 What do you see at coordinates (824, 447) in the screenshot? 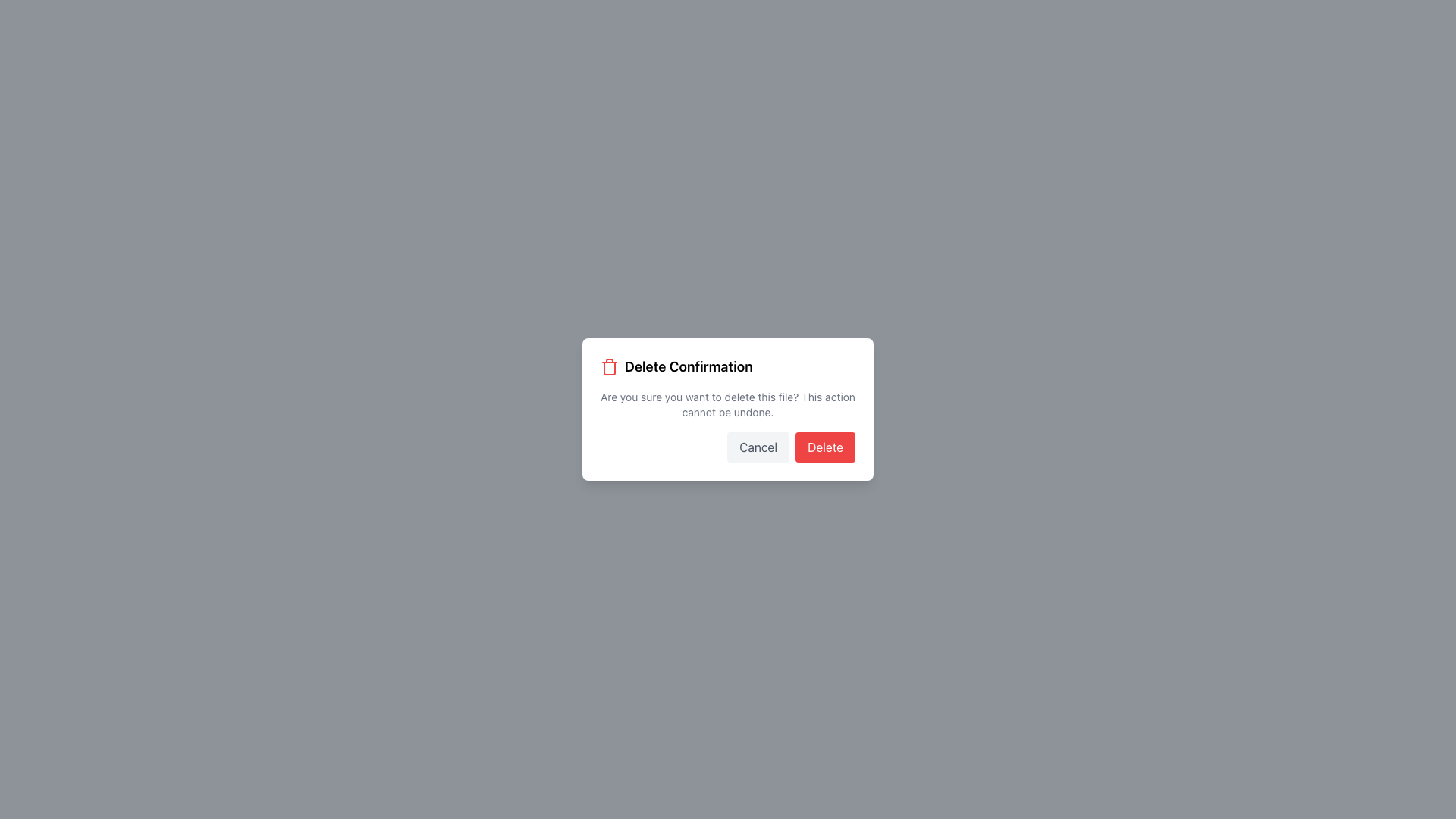
I see `the 'Delete' button, which is a rectangular button with rounded corners, red background, and white text, located in the modal dialog box near the bottom-right corner` at bounding box center [824, 447].